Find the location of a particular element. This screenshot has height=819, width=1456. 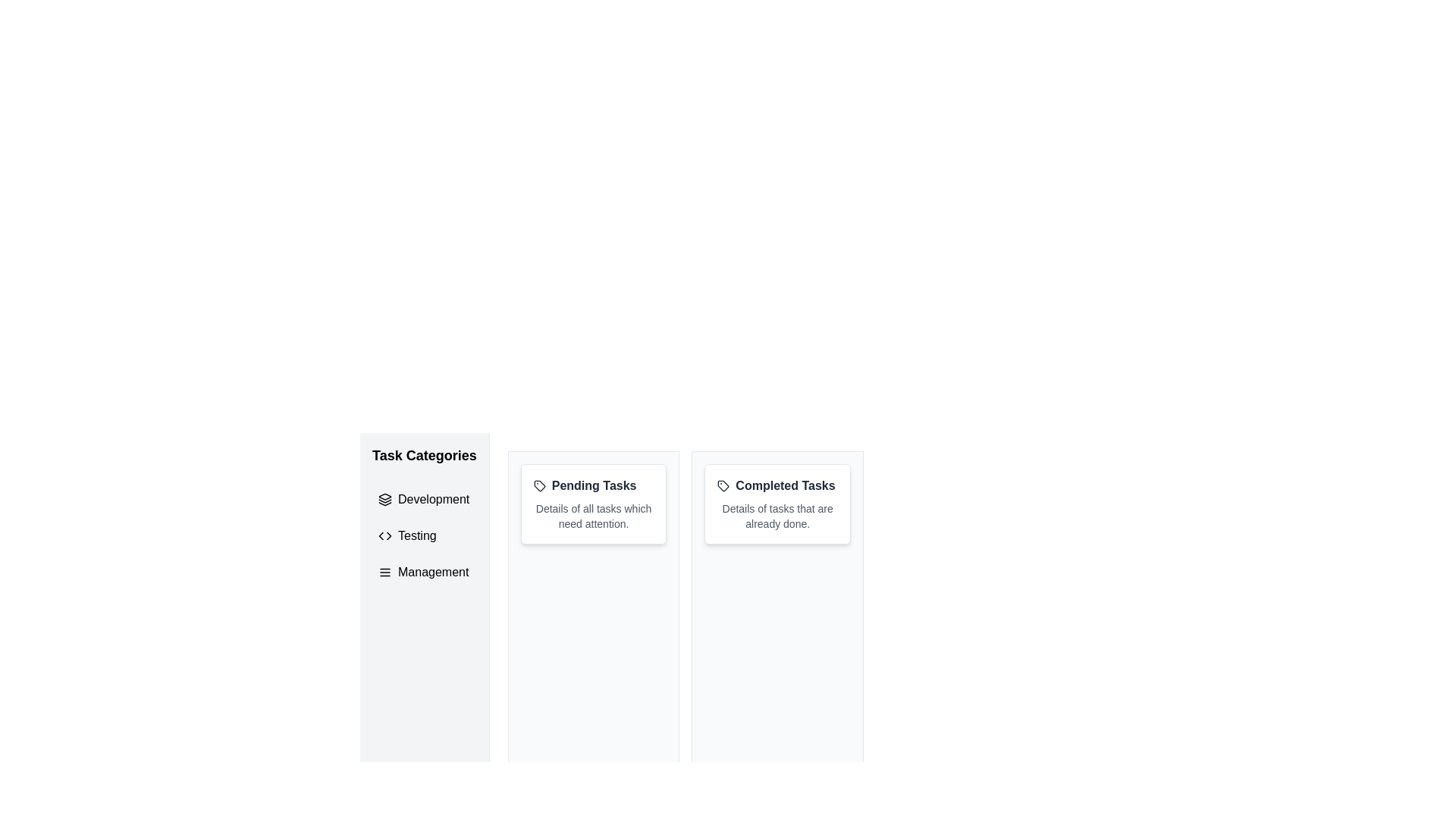

the first button-like navigation menu item under 'Task Categories' is located at coordinates (424, 500).